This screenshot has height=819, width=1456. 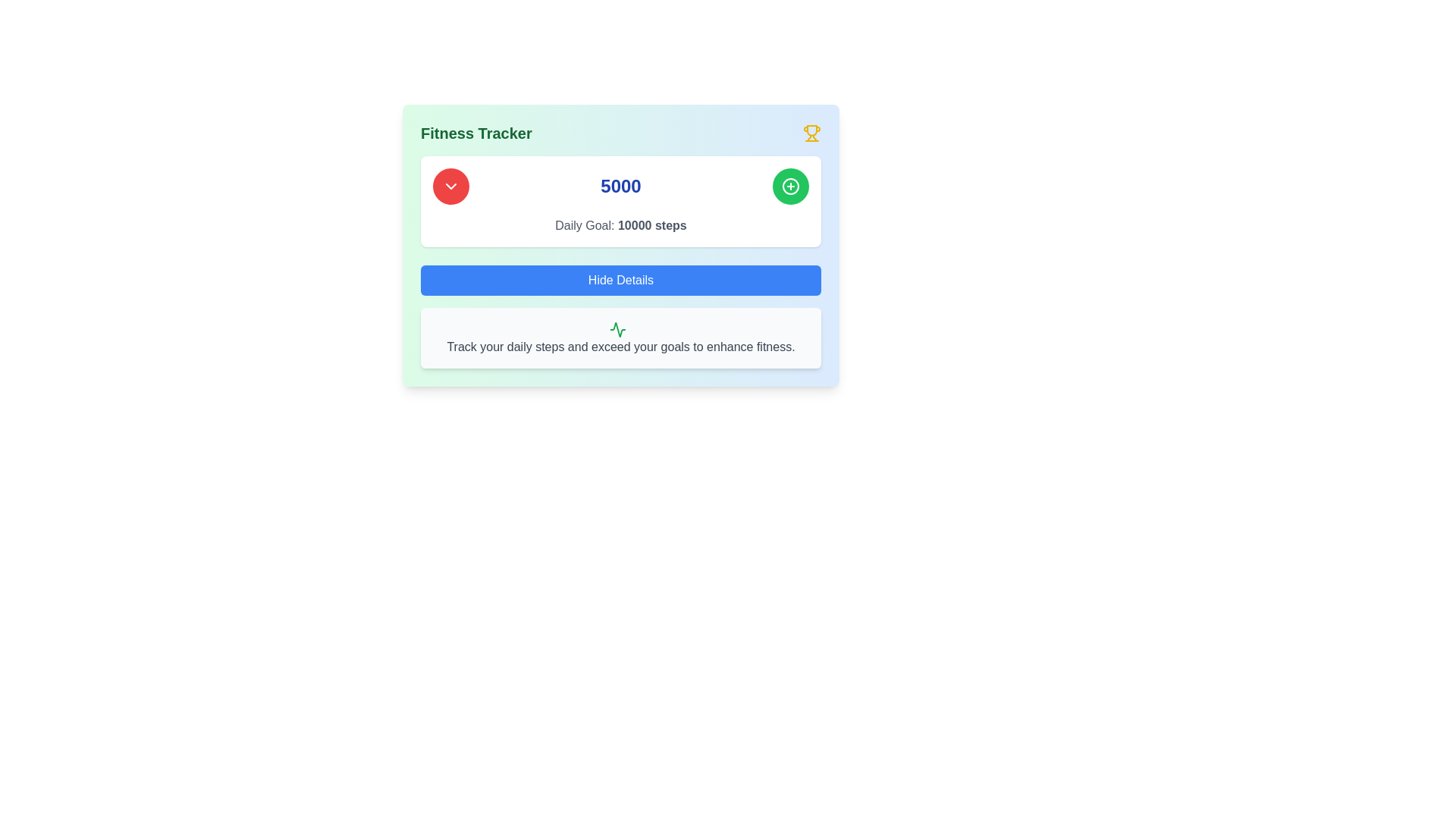 I want to click on the leftmost button in the horizontal row, so click(x=450, y=186).